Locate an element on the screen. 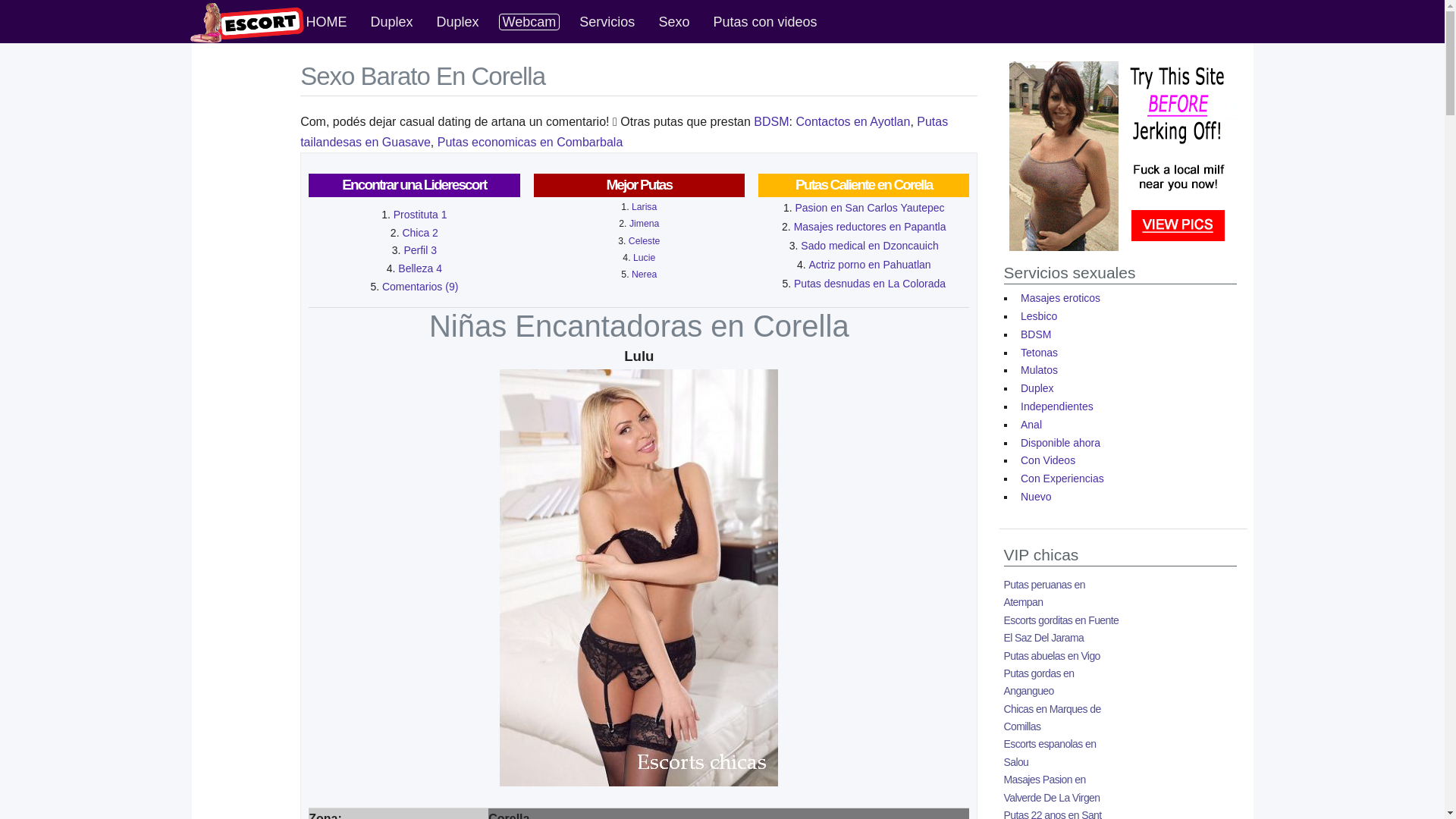  'Putas abuelas en Vigo' is located at coordinates (1051, 654).